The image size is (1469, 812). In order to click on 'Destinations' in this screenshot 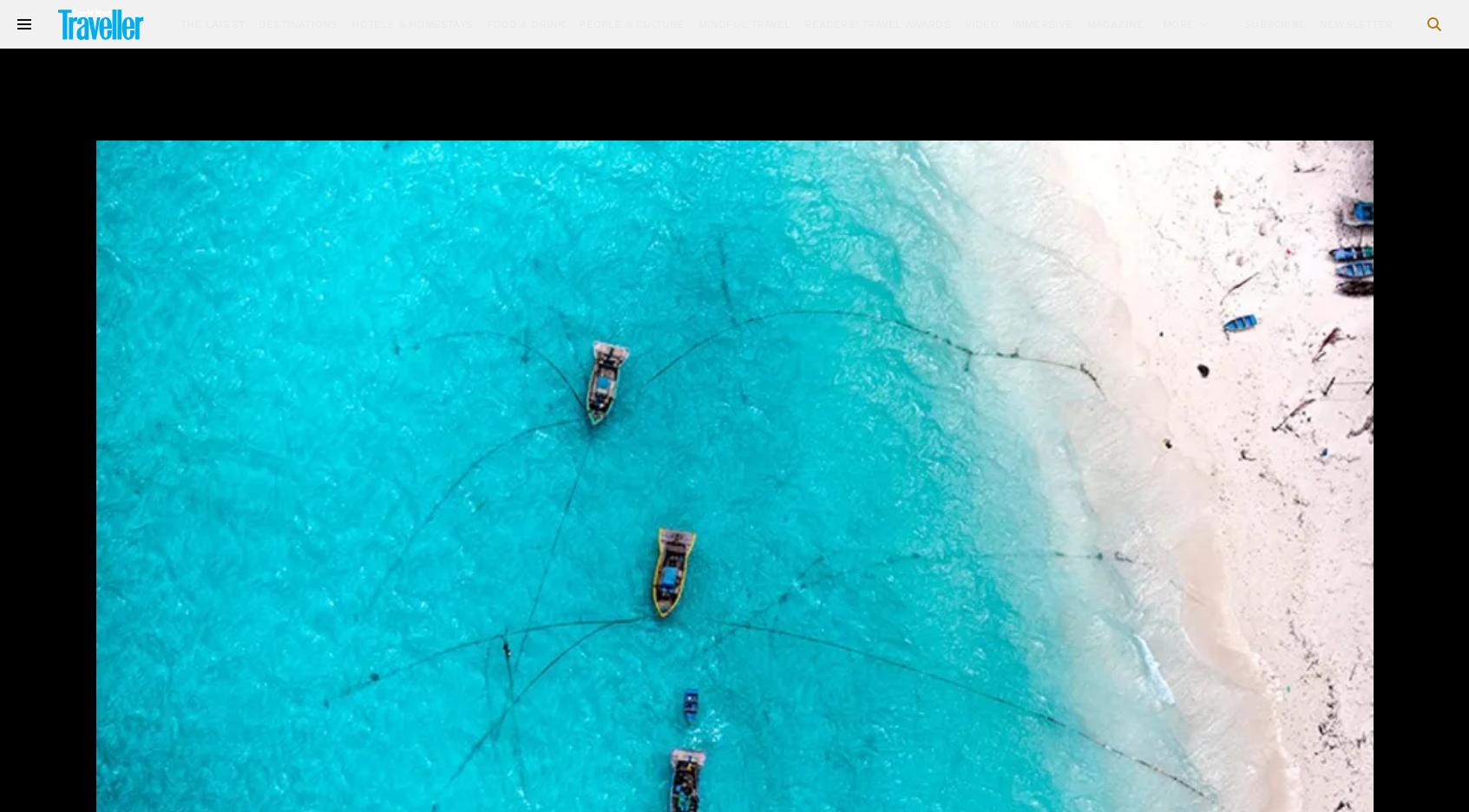, I will do `click(298, 23)`.